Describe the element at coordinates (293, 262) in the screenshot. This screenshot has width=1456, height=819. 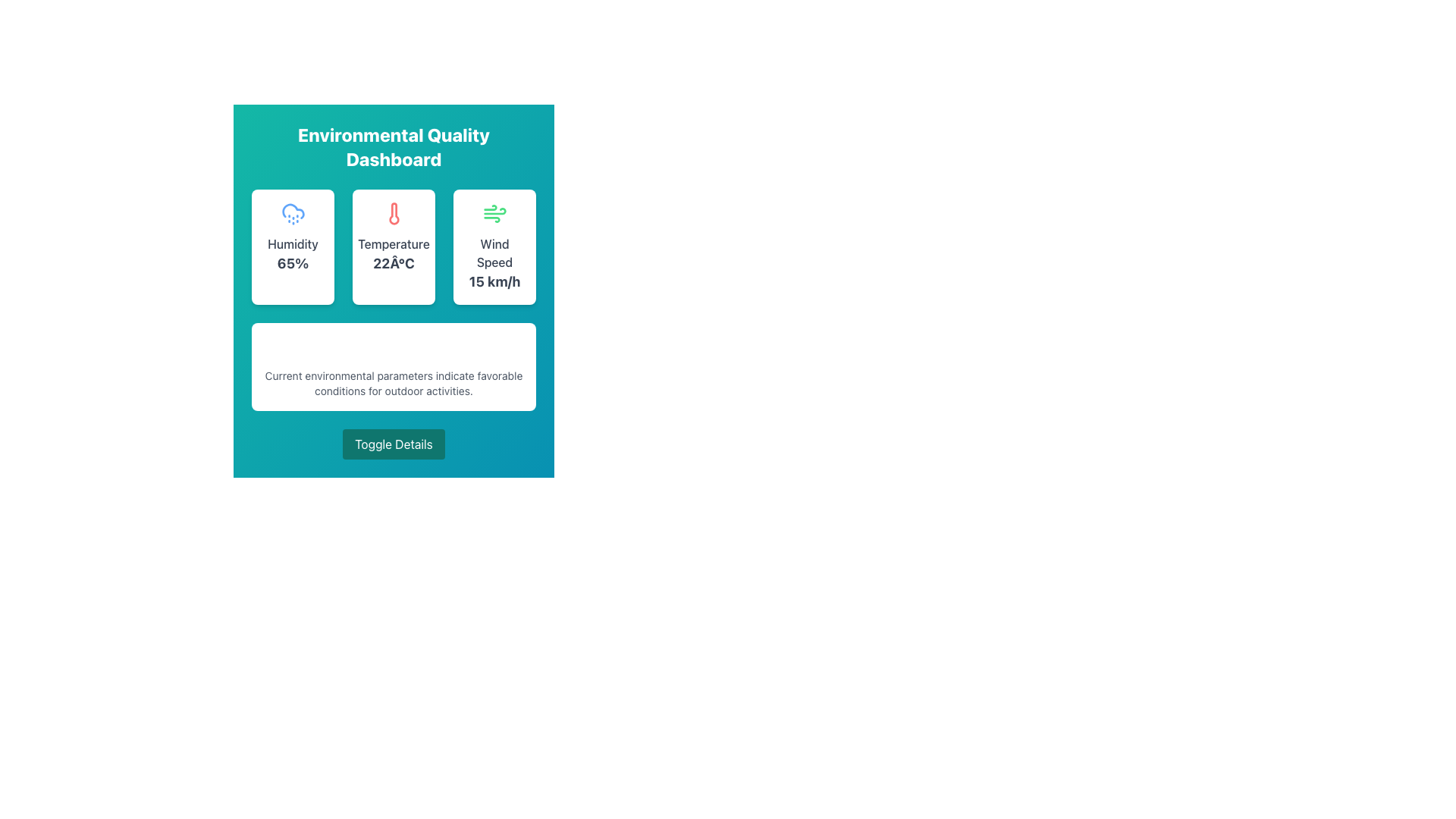
I see `humidity percentage displayed in the text label showing '65%' located under the 'Humidity' section, centered horizontally below the humidity label and icon` at that location.